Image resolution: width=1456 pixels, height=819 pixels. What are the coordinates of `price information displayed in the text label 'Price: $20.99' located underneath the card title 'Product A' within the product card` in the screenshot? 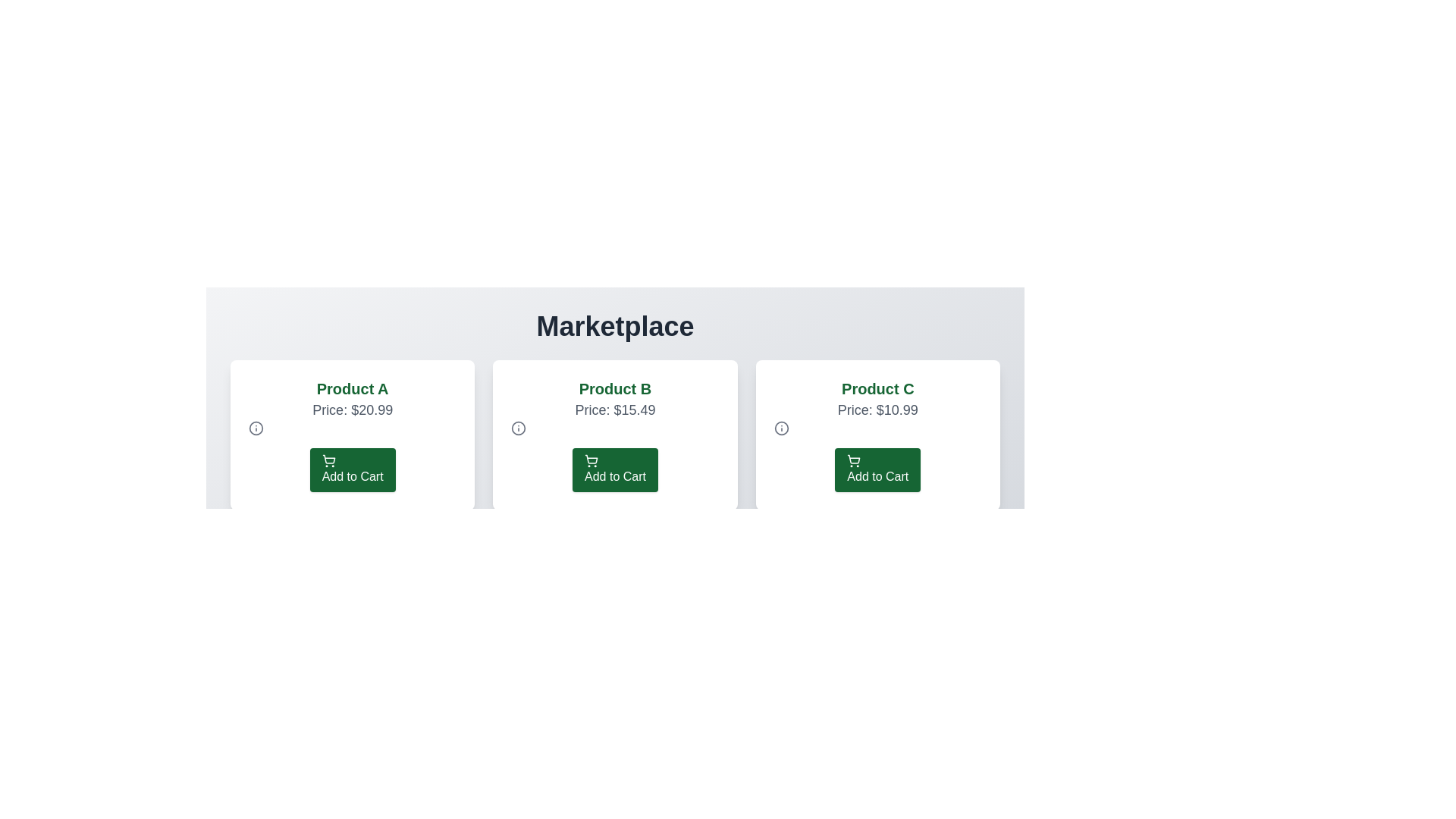 It's located at (352, 409).